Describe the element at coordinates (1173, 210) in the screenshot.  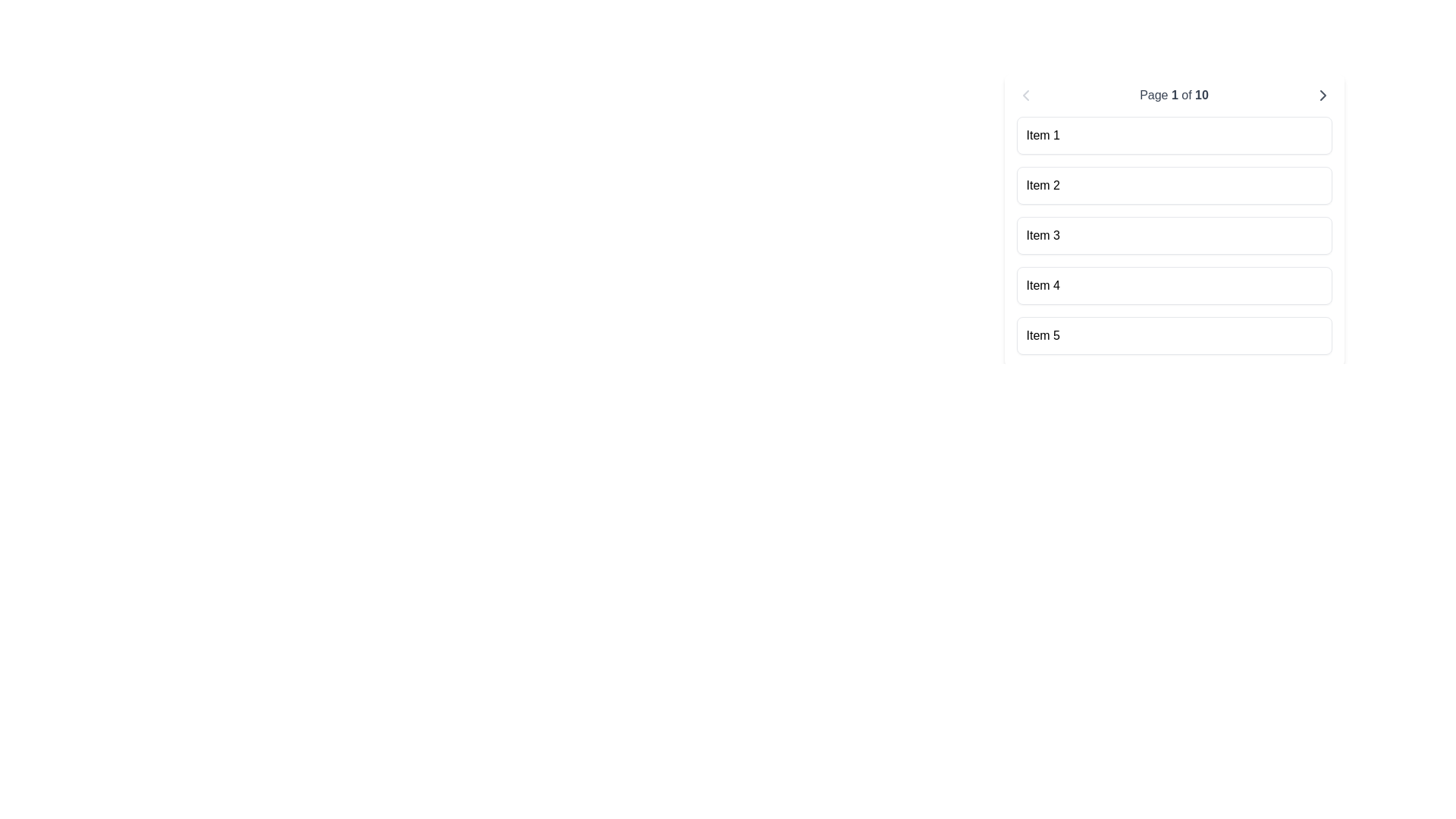
I see `the Scrollable List located in the top-right region of the interface` at that location.